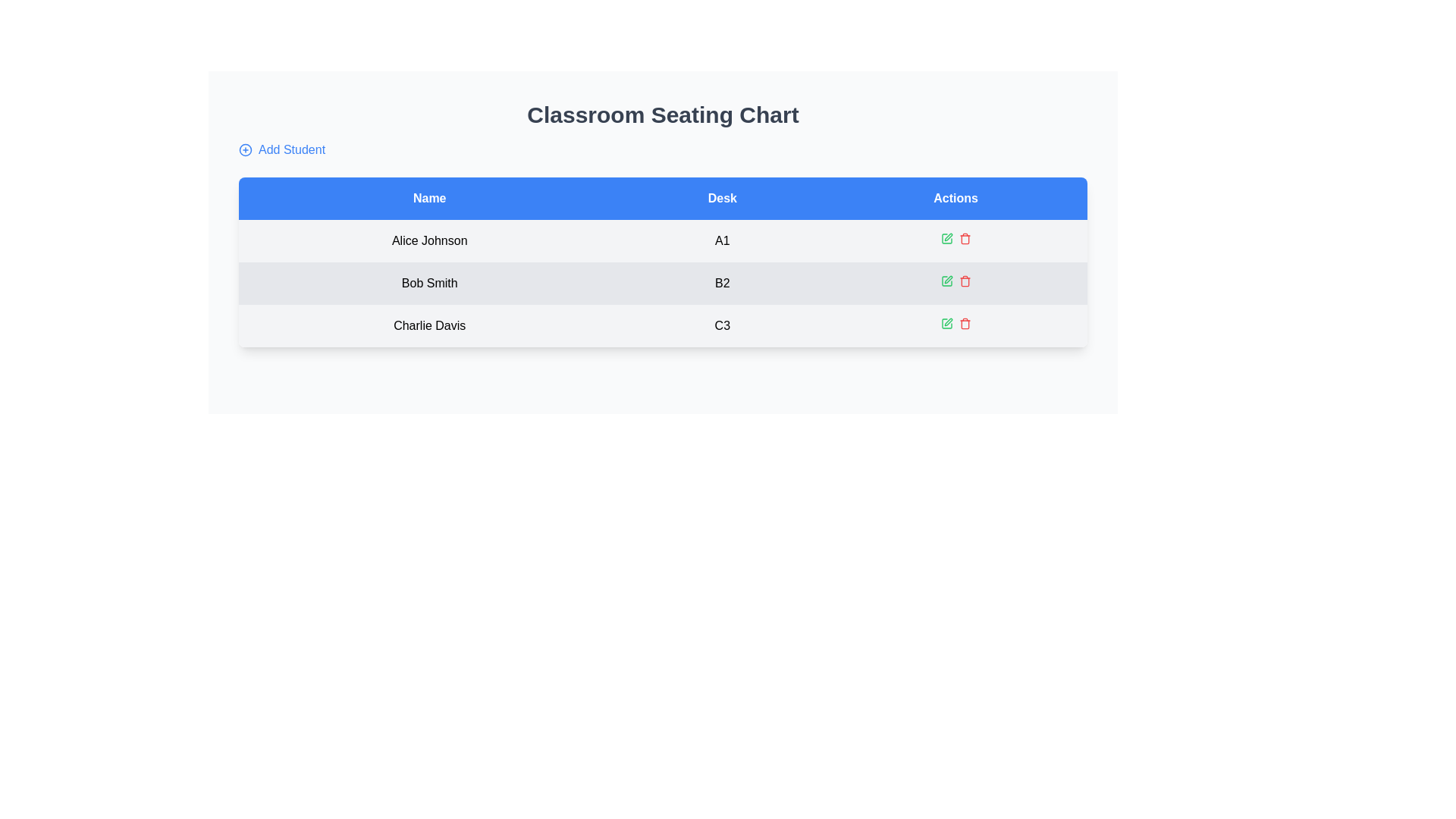  I want to click on the circular boundary element representing the 'add' action in the SVG graphic located to the left of the 'Add Student' text link, so click(246, 149).